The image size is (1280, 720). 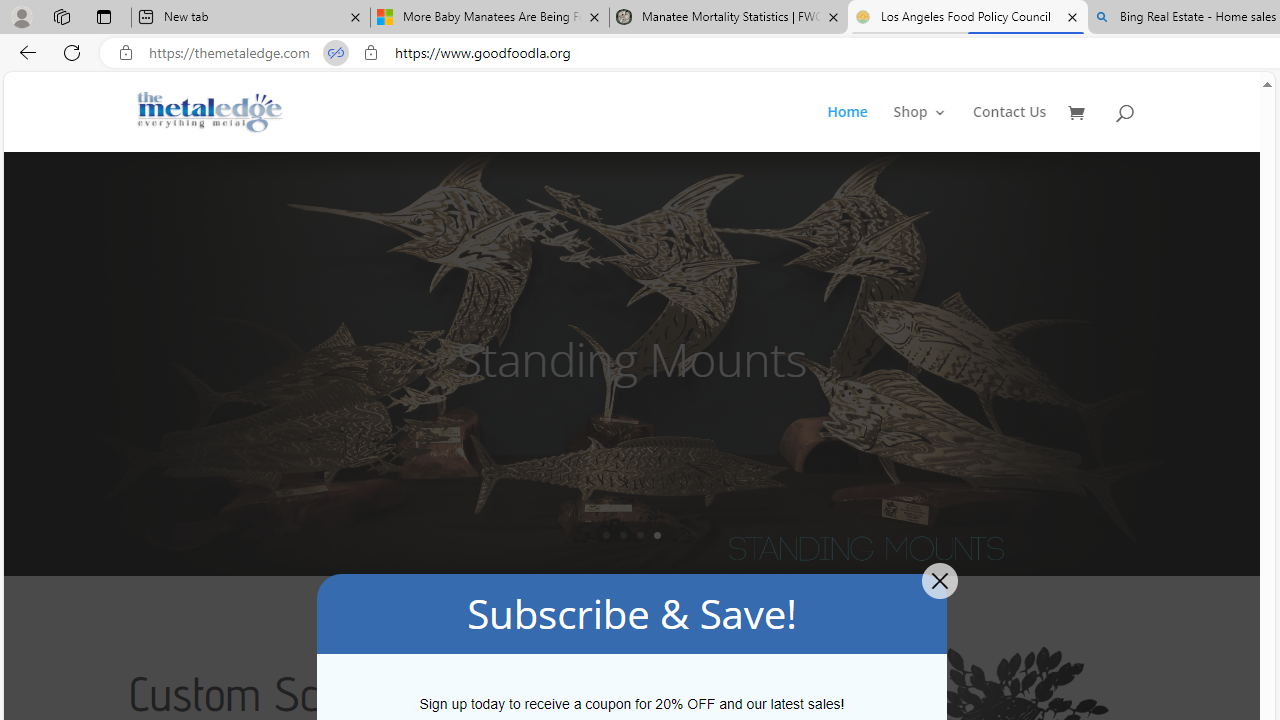 What do you see at coordinates (657, 534) in the screenshot?
I see `'4'` at bounding box center [657, 534].